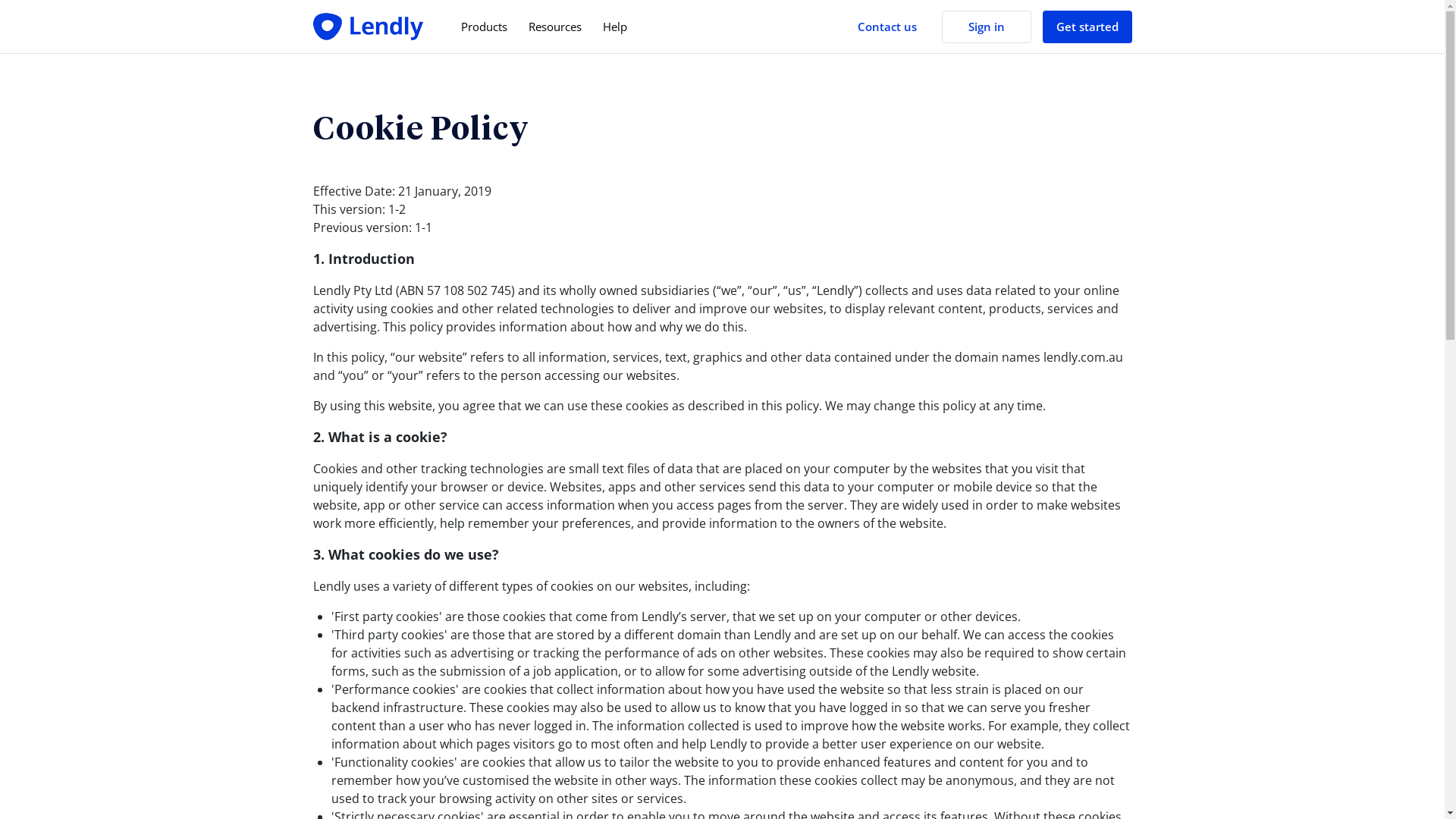 The height and width of the screenshot is (819, 1456). Describe the element at coordinates (886, 27) in the screenshot. I see `'Contact us'` at that location.